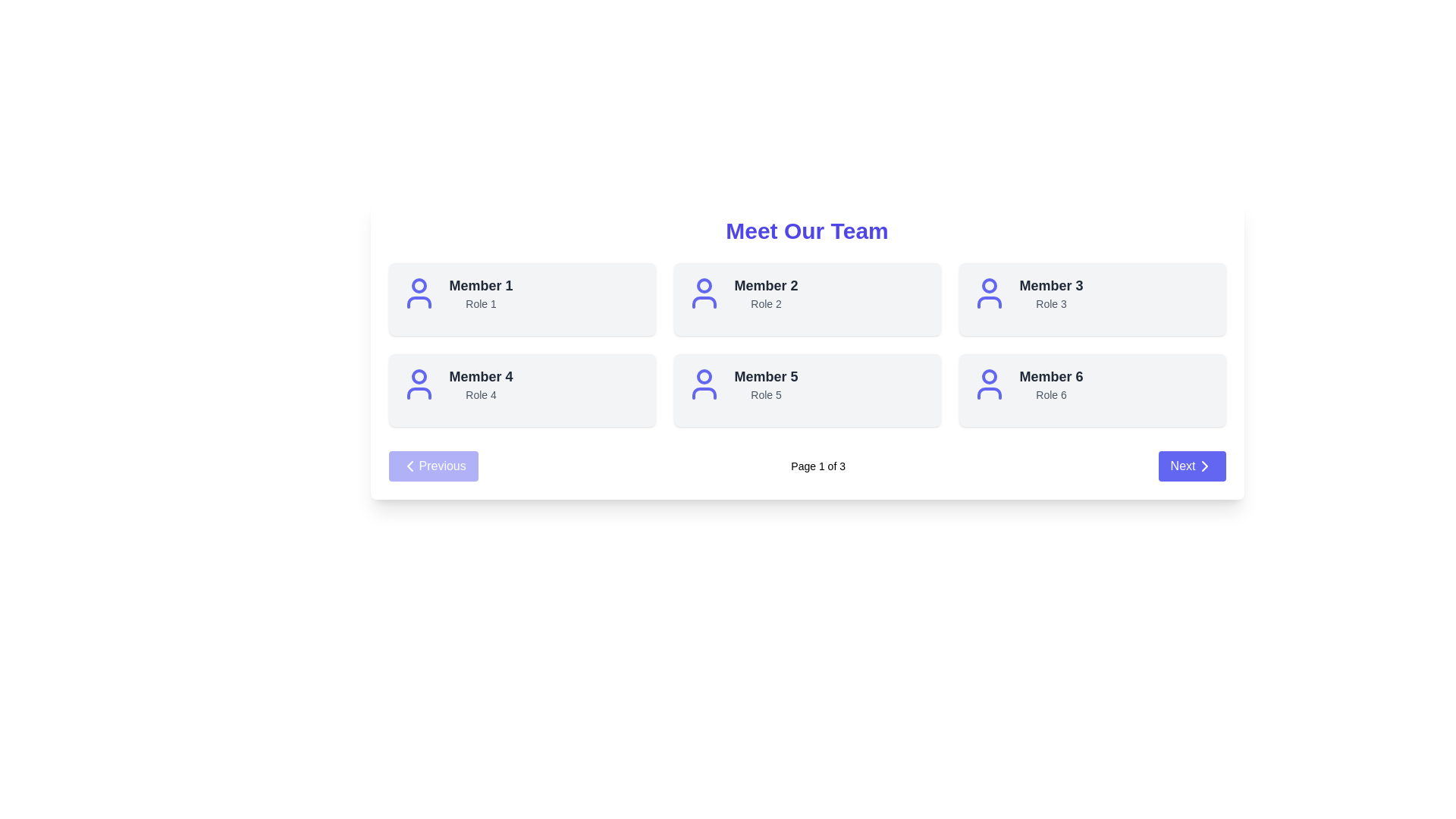 This screenshot has height=819, width=1456. What do you see at coordinates (1050, 383) in the screenshot?
I see `text information displayed in the Text Block that identifies a team member, located in the bottom-right position of a 2x3 grid layout` at bounding box center [1050, 383].